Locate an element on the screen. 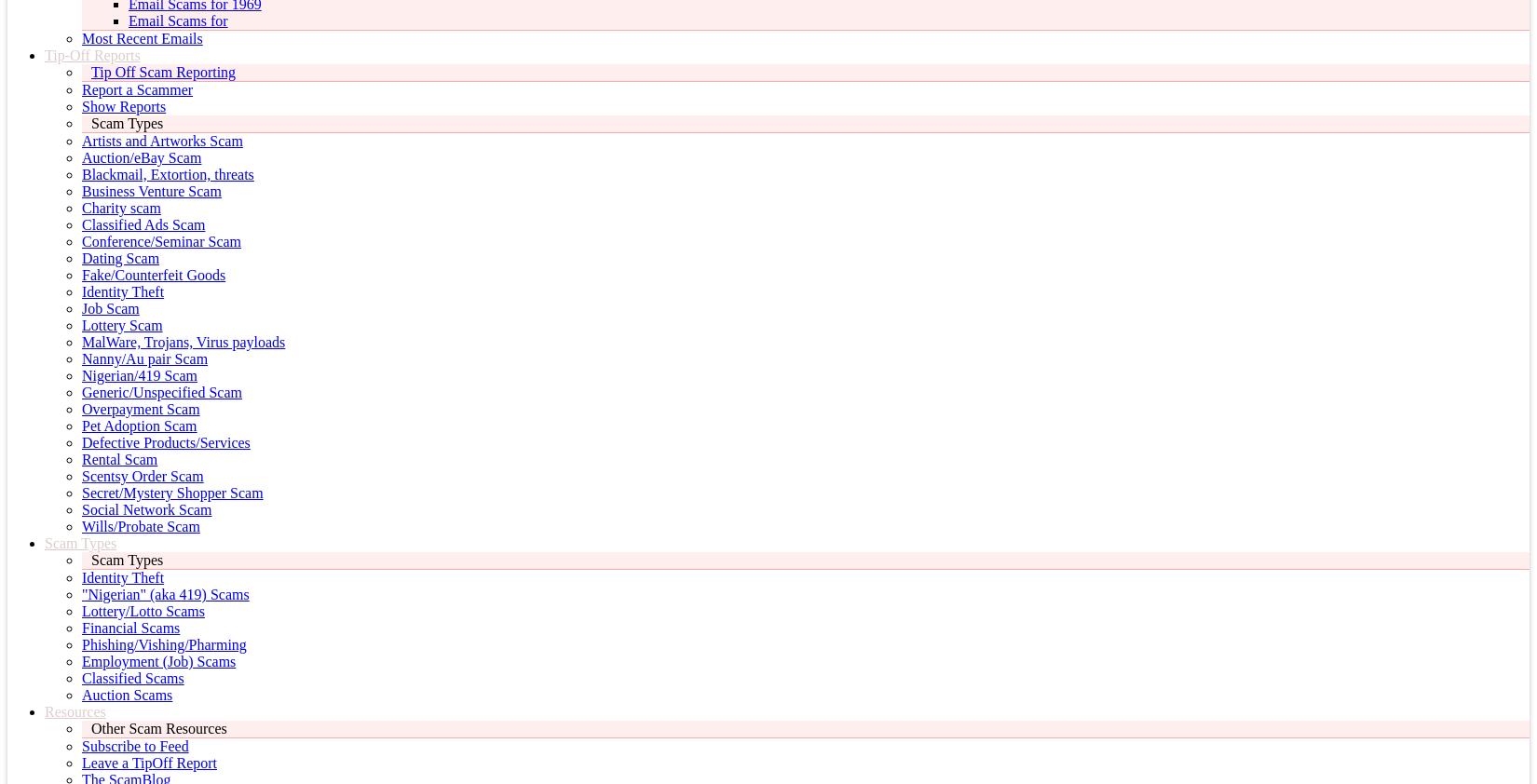 The width and height of the screenshot is (1537, 784). 'Auction Scams' is located at coordinates (127, 695).